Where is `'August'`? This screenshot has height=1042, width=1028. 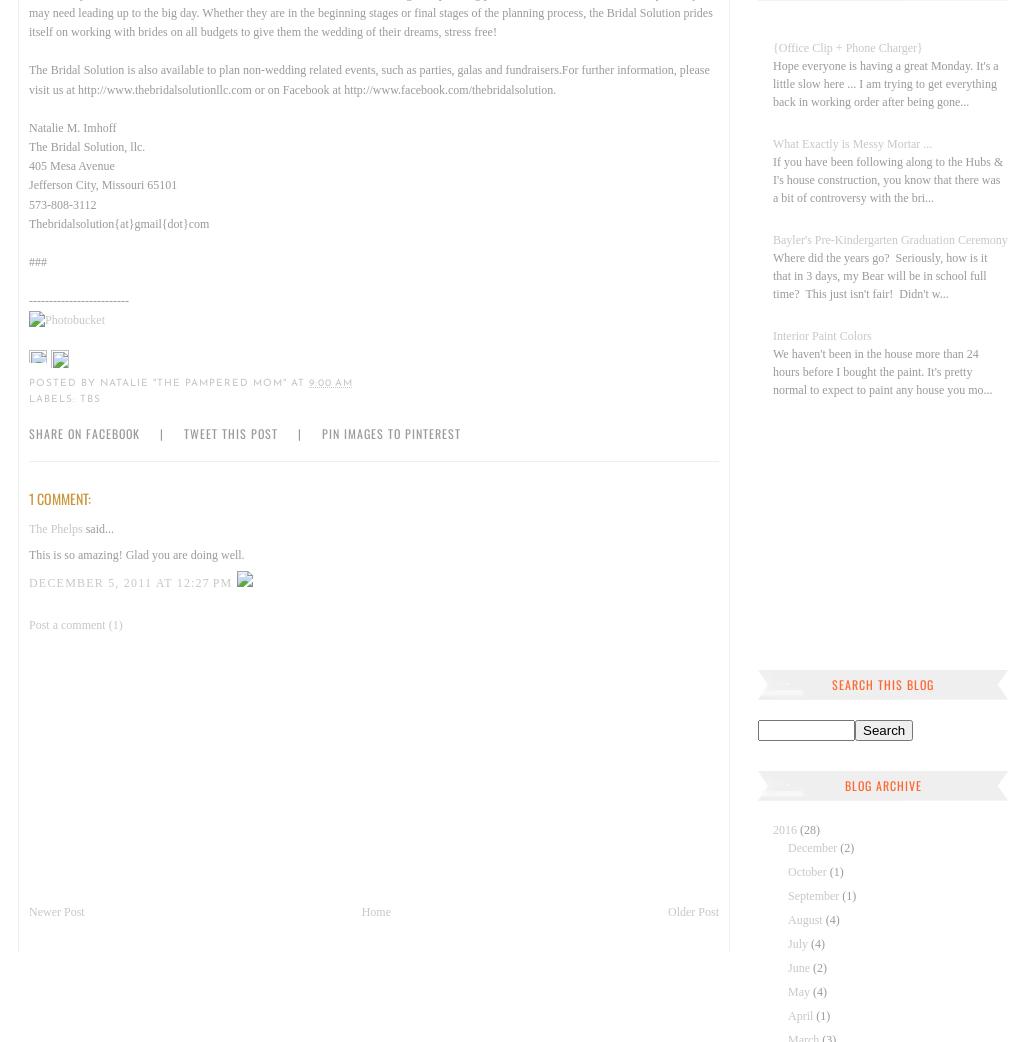
'August' is located at coordinates (806, 918).